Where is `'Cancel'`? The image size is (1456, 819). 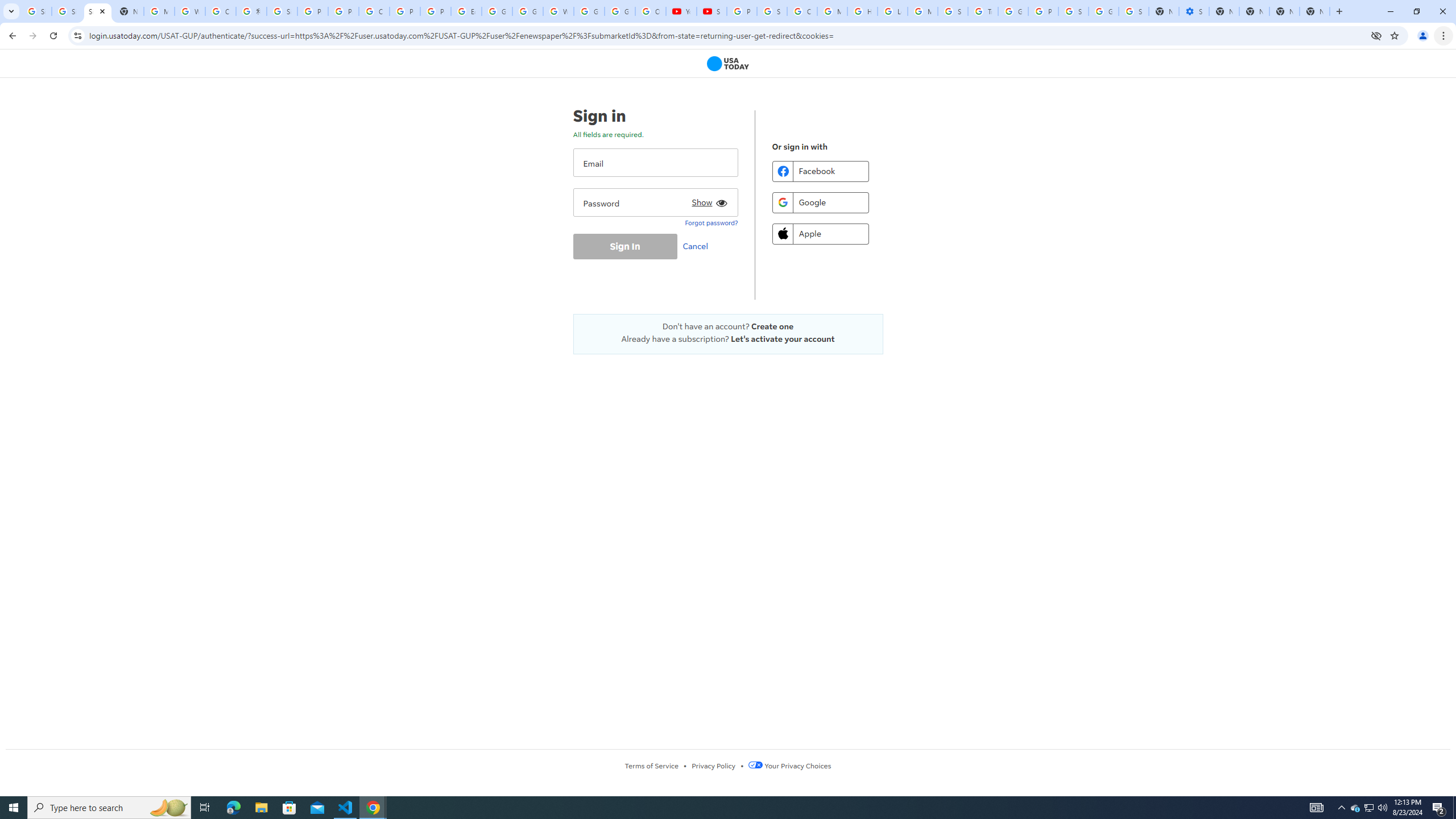
'Cancel' is located at coordinates (698, 246).